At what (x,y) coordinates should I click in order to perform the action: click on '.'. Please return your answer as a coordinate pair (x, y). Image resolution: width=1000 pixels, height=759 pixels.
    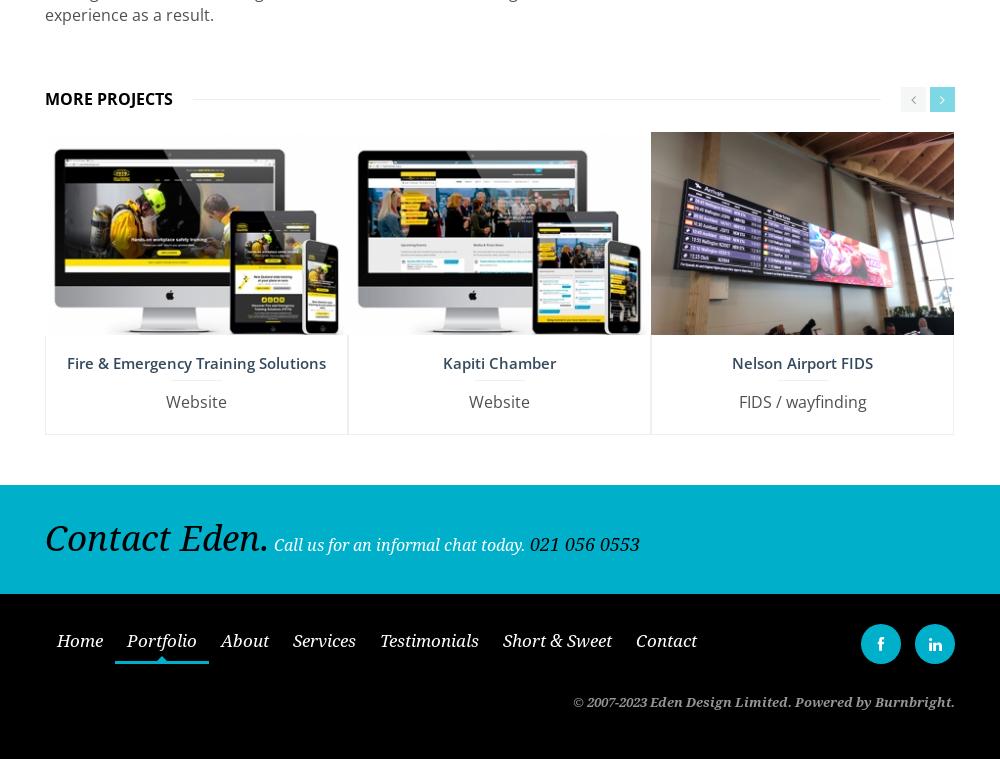
    Looking at the image, I should click on (952, 694).